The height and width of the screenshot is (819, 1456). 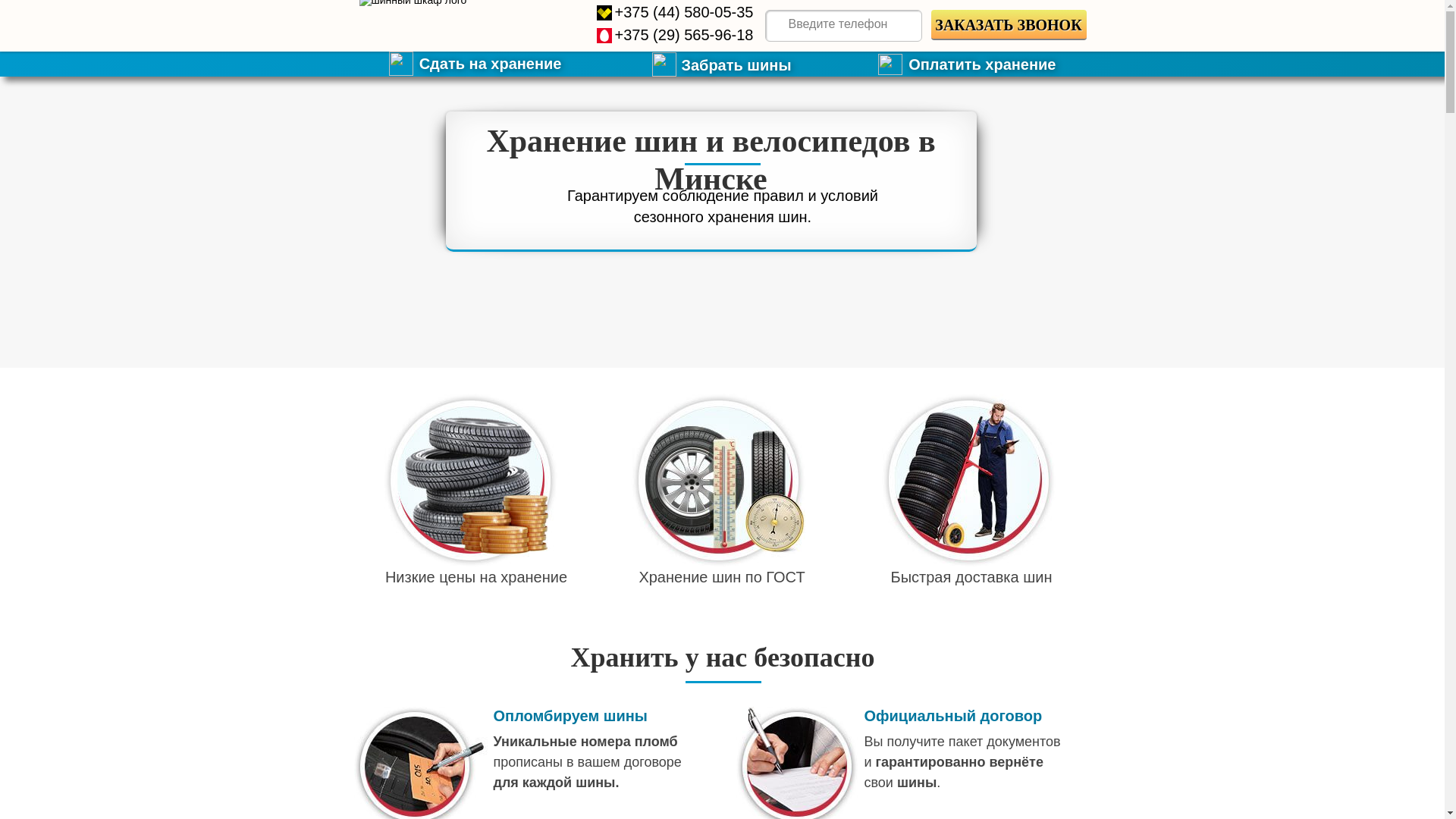 What do you see at coordinates (469, 480) in the screenshot?
I see `'animate fade s1 d1'` at bounding box center [469, 480].